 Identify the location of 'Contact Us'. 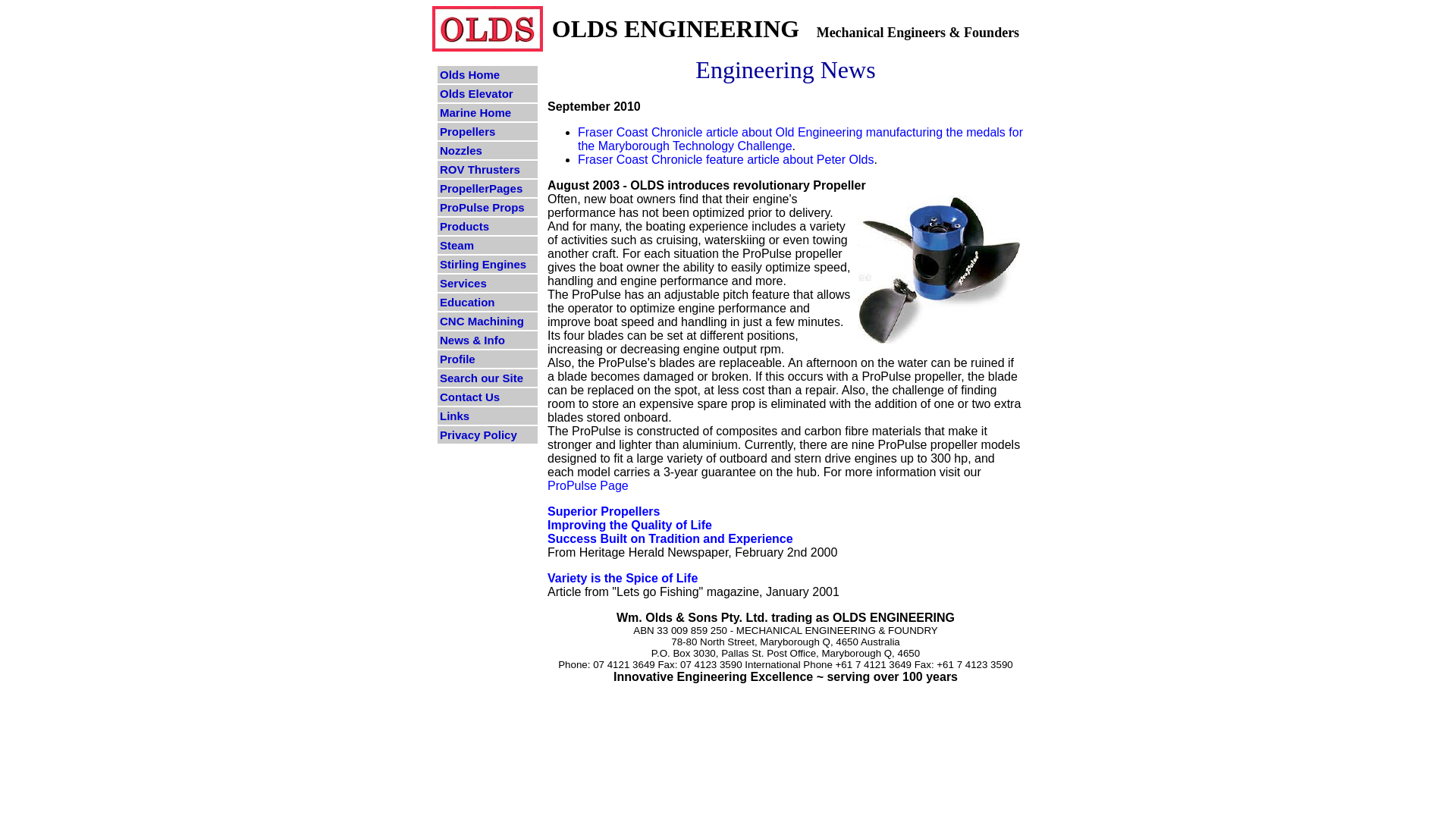
(488, 396).